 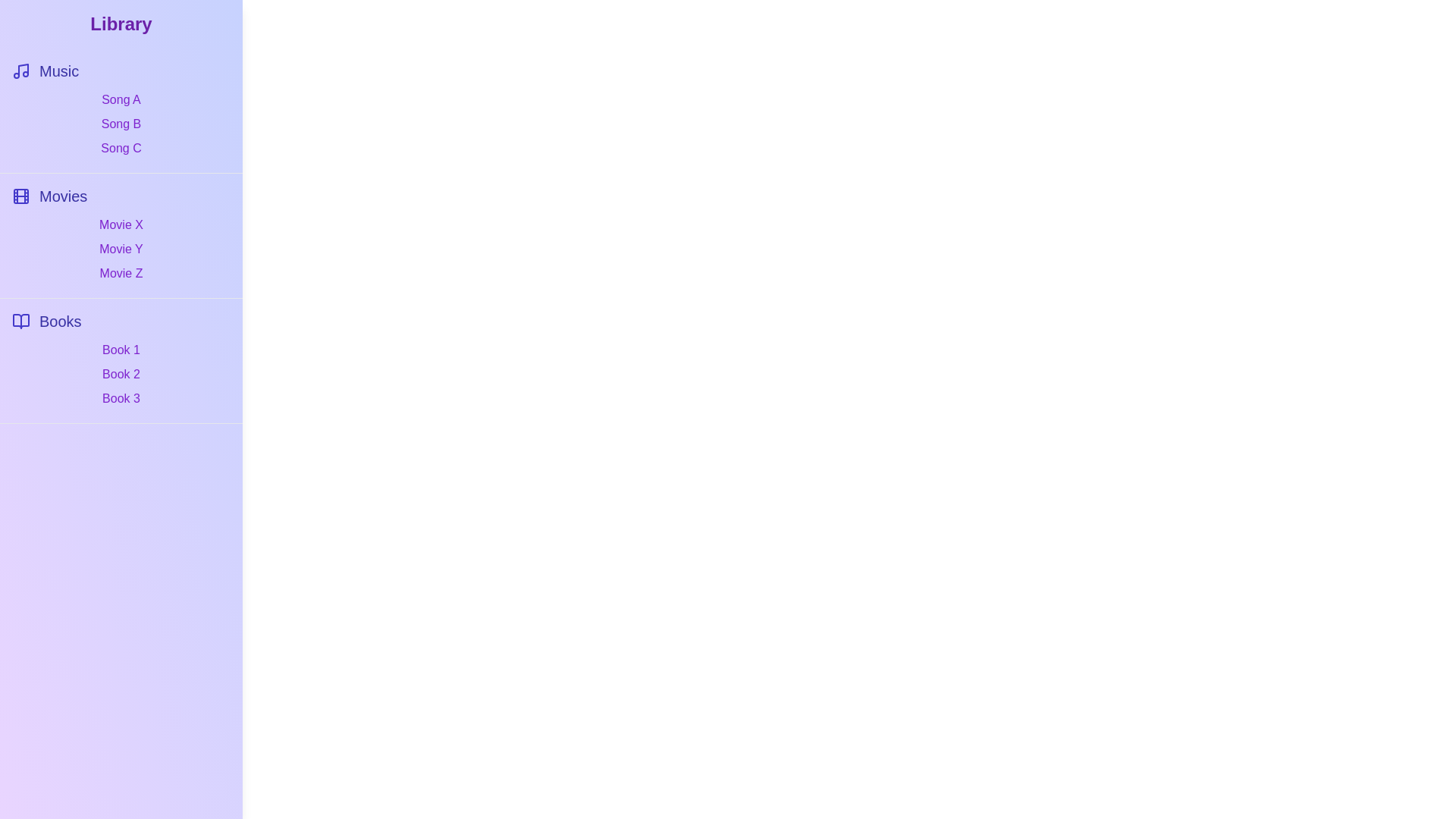 What do you see at coordinates (120, 321) in the screenshot?
I see `the category Books to select it` at bounding box center [120, 321].